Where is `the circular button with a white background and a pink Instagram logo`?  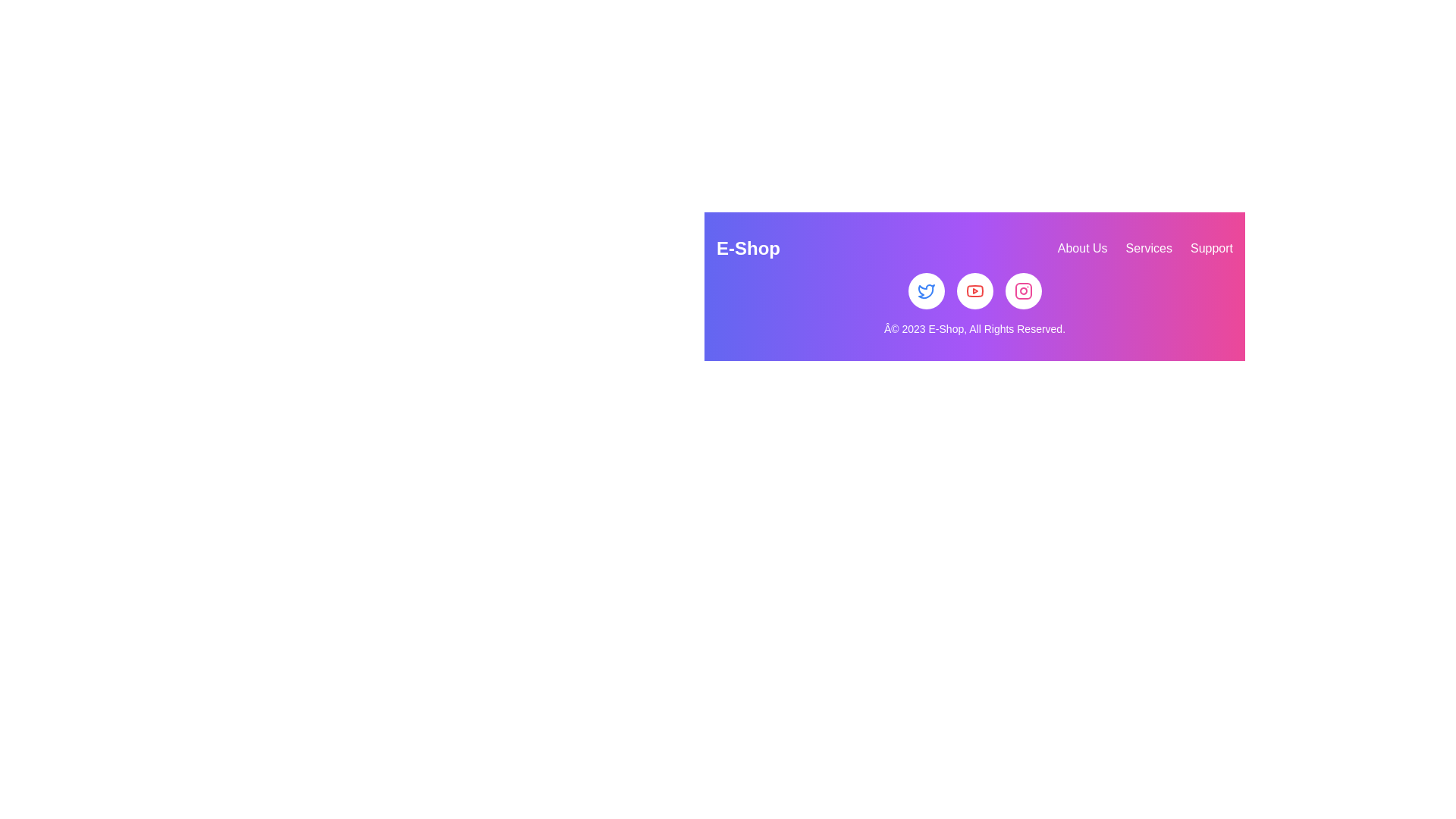
the circular button with a white background and a pink Instagram logo is located at coordinates (1023, 291).